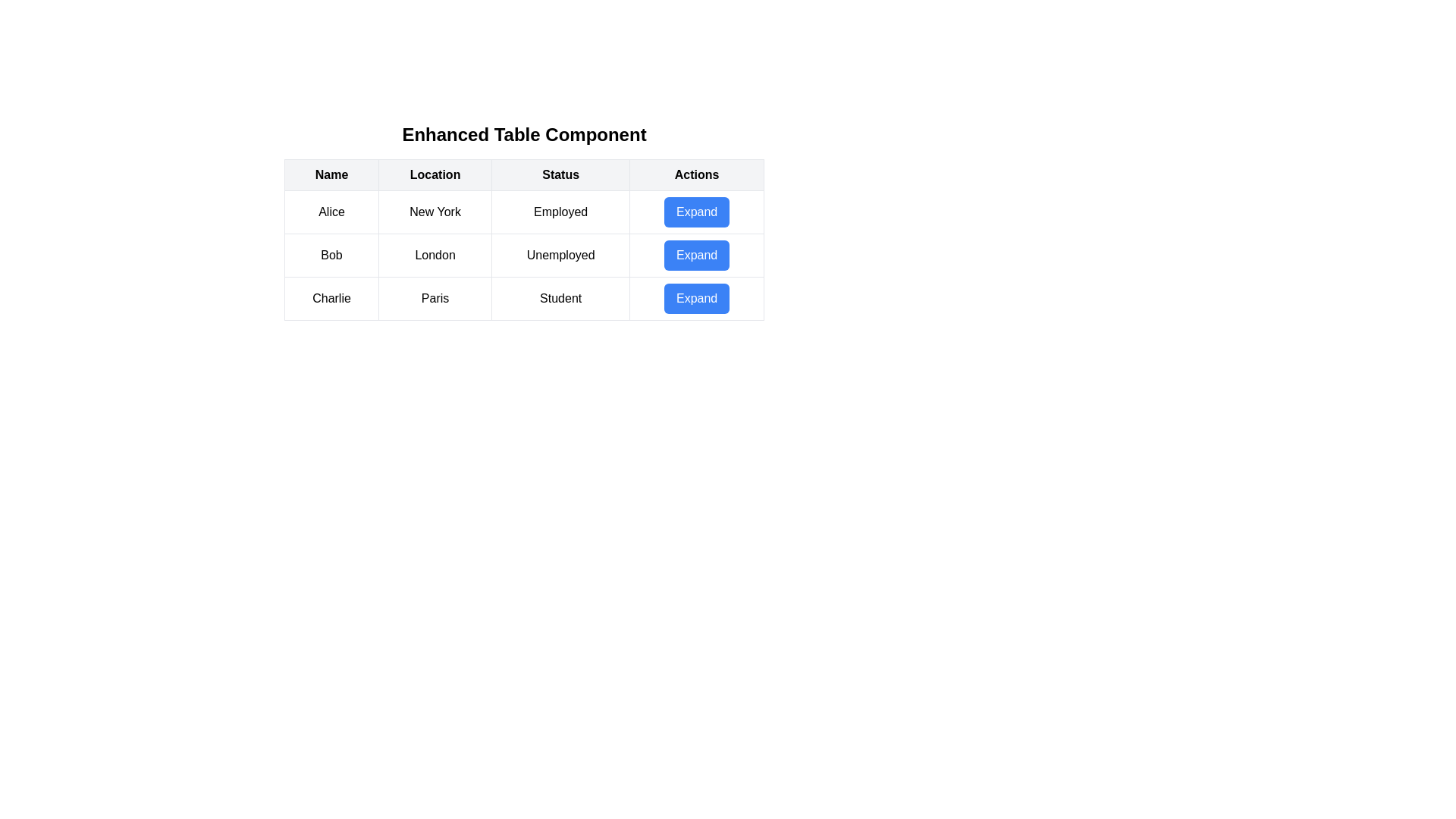  Describe the element at coordinates (435, 212) in the screenshot. I see `the text label displaying 'New York' in the second cell of the first row under the 'Location' header in the table structure` at that location.